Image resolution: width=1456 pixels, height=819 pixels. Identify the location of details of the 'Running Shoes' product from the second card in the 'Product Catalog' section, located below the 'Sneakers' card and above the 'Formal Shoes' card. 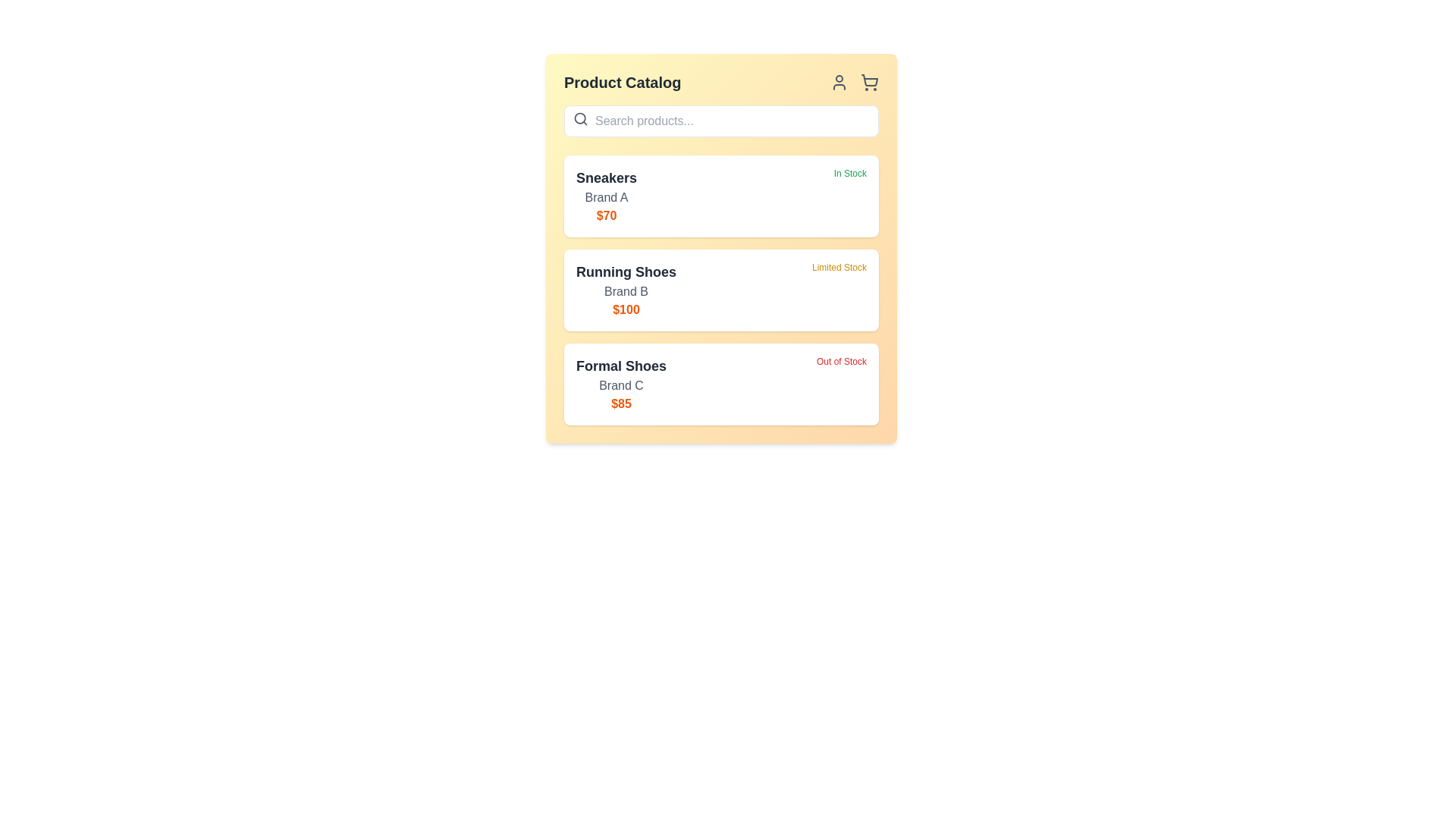
(720, 290).